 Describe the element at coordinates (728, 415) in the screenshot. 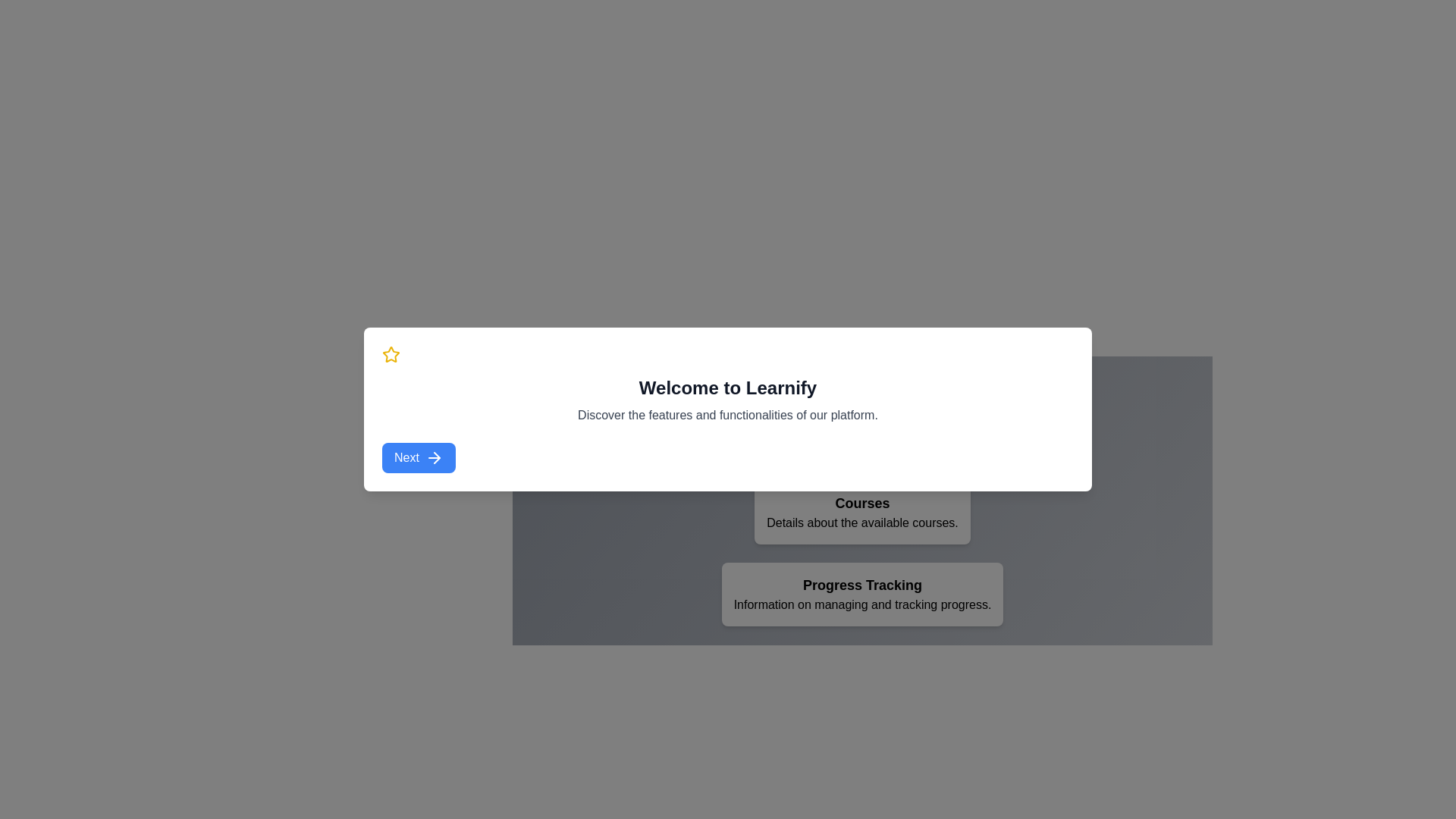

I see `the second textual component that provides a brief descriptive tagline below the heading 'Welcome to Learnify' and above the 'Next' button` at that location.